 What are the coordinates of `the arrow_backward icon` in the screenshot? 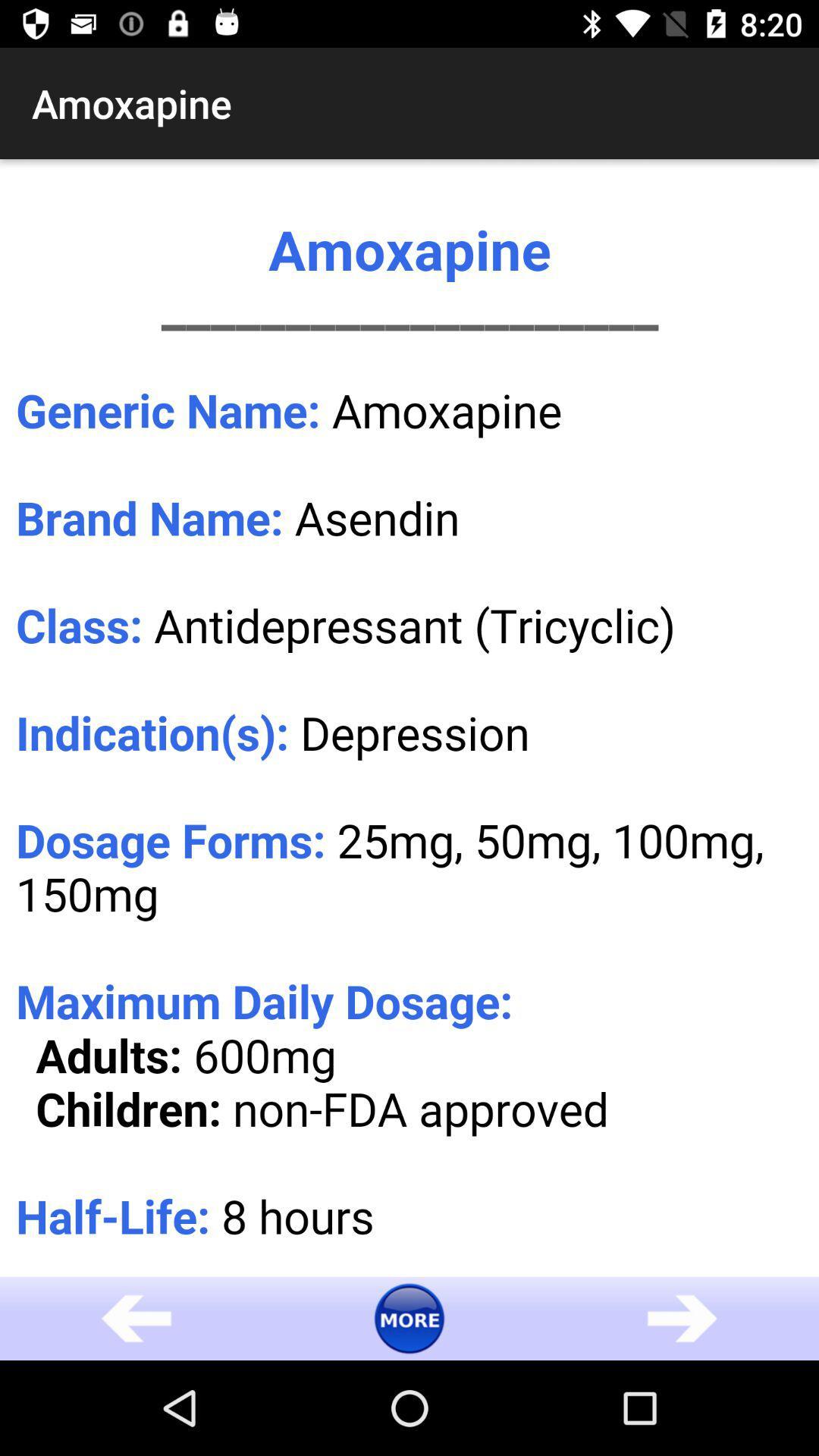 It's located at (136, 1317).